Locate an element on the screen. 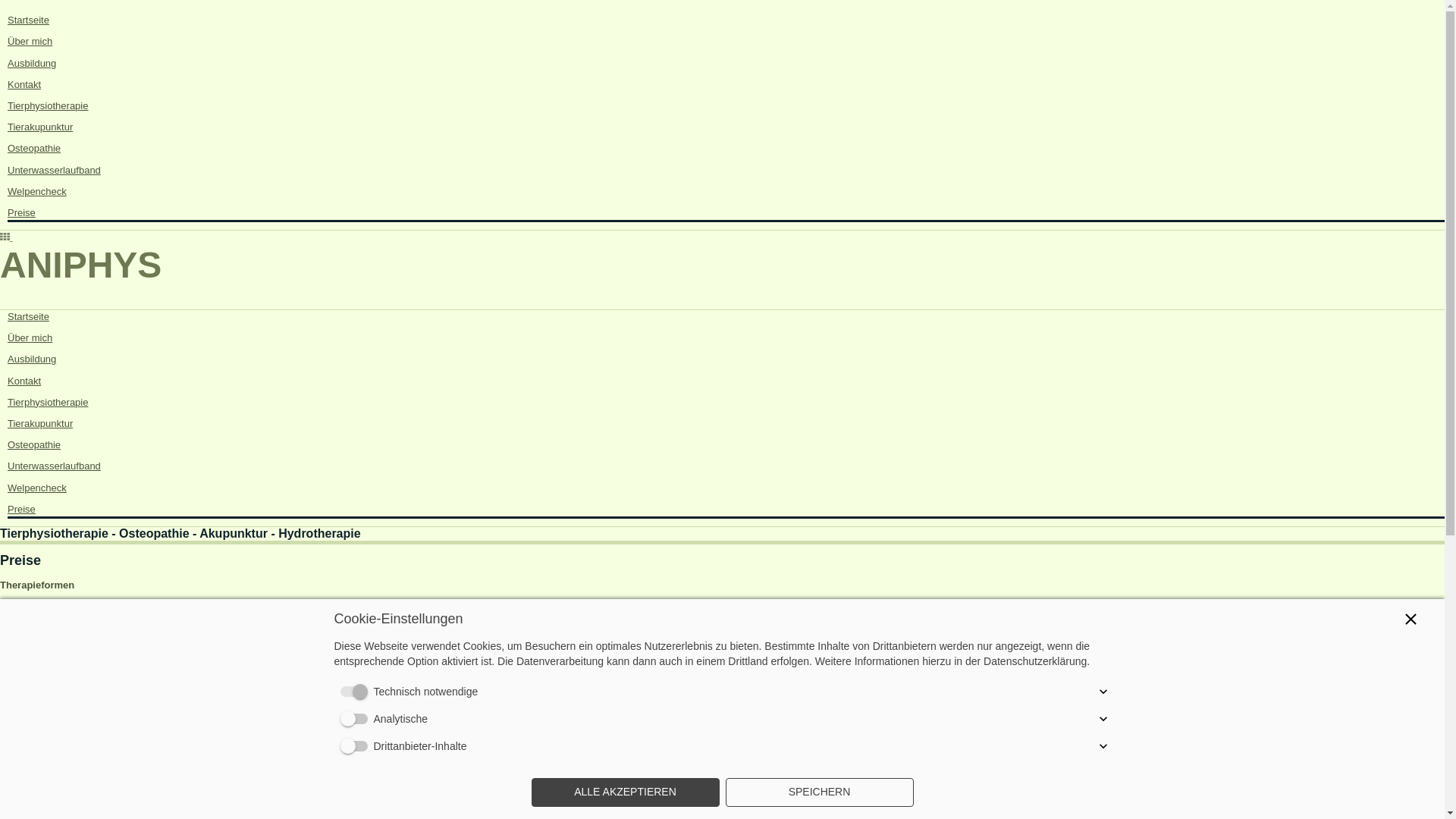 This screenshot has width=1456, height=819. 'Tierphysiotherapie' is located at coordinates (47, 401).